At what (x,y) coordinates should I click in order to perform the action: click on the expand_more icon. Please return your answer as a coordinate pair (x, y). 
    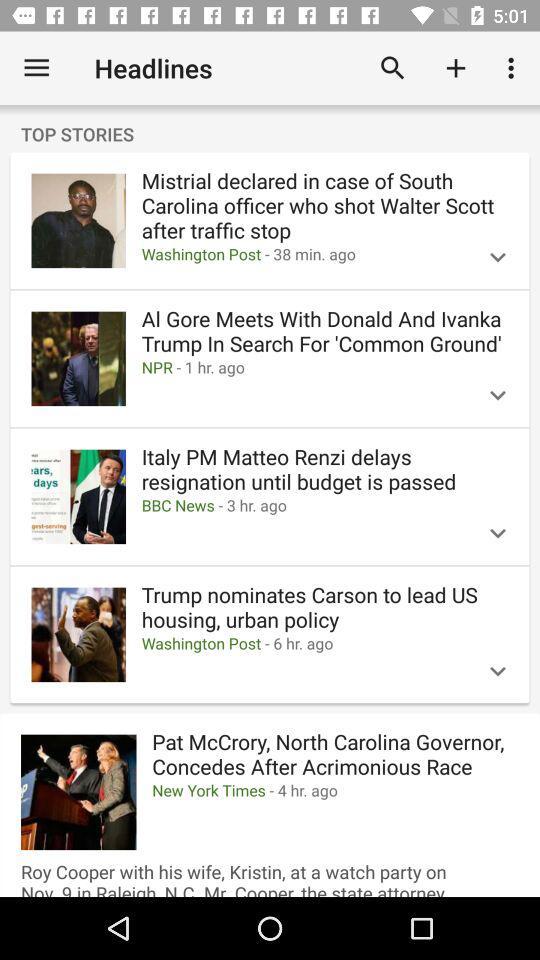
    Looking at the image, I should click on (496, 394).